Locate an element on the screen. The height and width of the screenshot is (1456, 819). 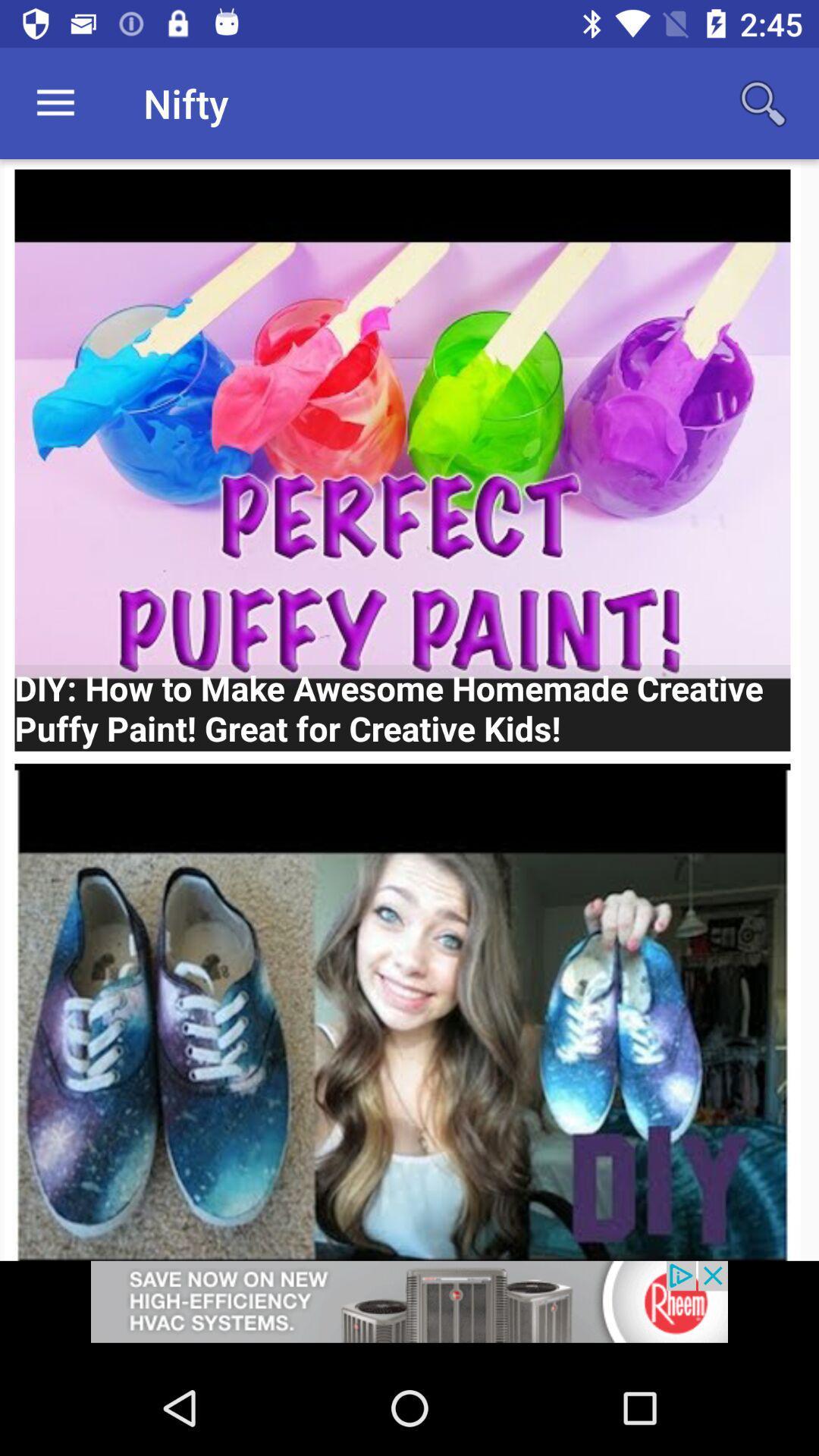
open advertisement is located at coordinates (409, 1310).